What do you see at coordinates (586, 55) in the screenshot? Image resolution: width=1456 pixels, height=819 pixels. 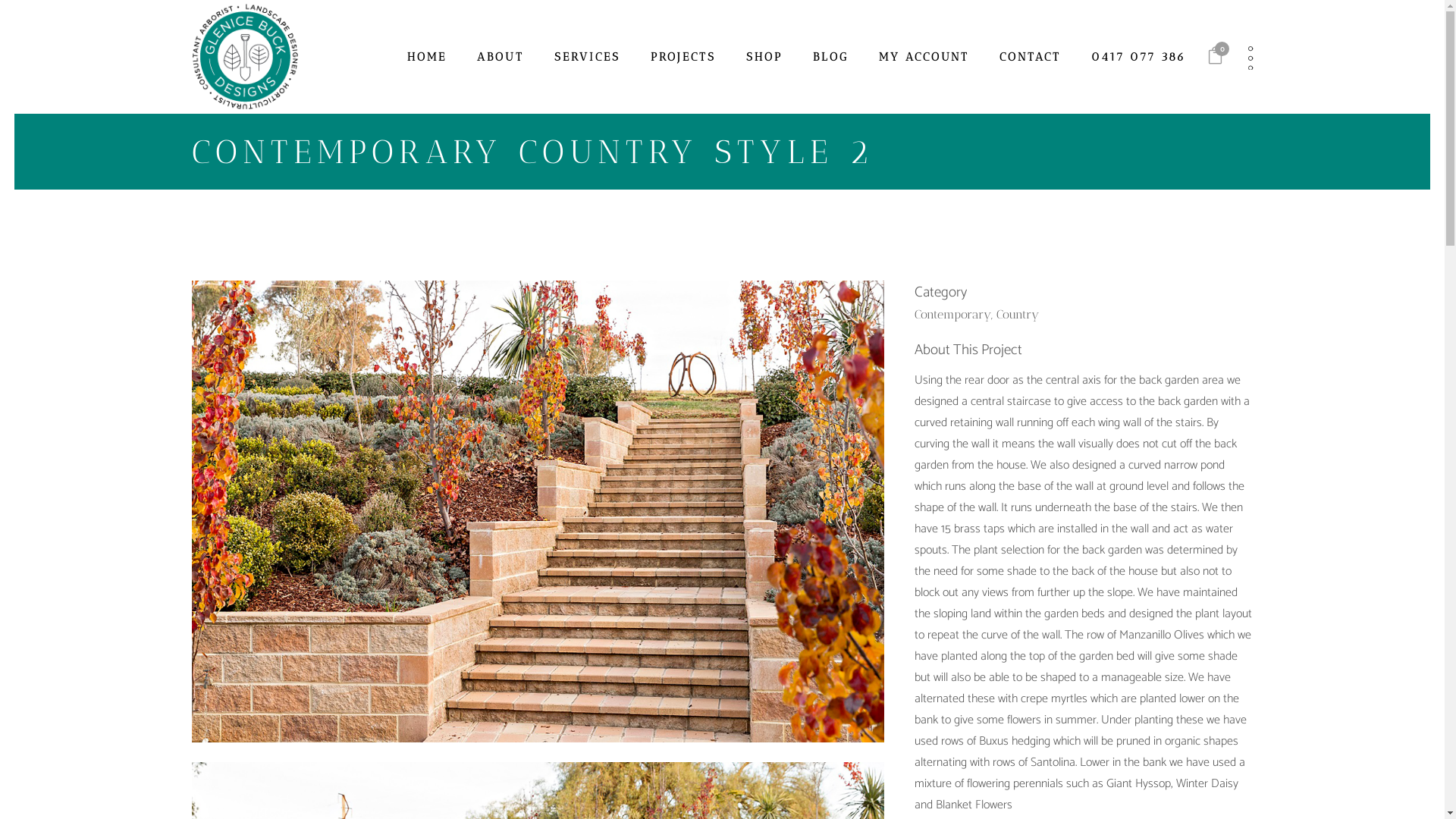 I see `'SERVICES'` at bounding box center [586, 55].